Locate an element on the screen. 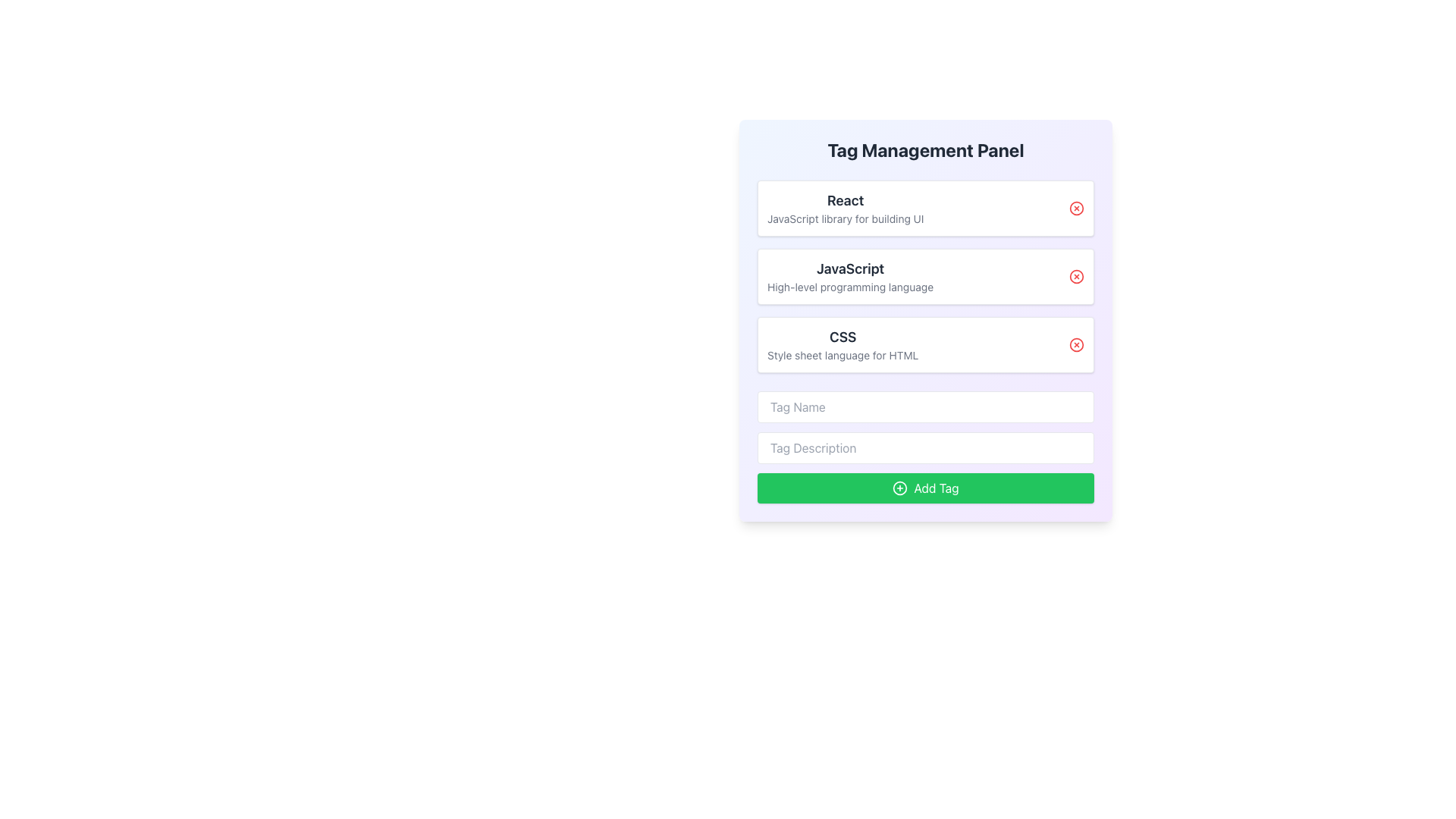 The width and height of the screenshot is (1456, 819). the circular icon with a plus symbol inside it, located within the 'Add Tag' button at the bottom of the interface is located at coordinates (900, 488).